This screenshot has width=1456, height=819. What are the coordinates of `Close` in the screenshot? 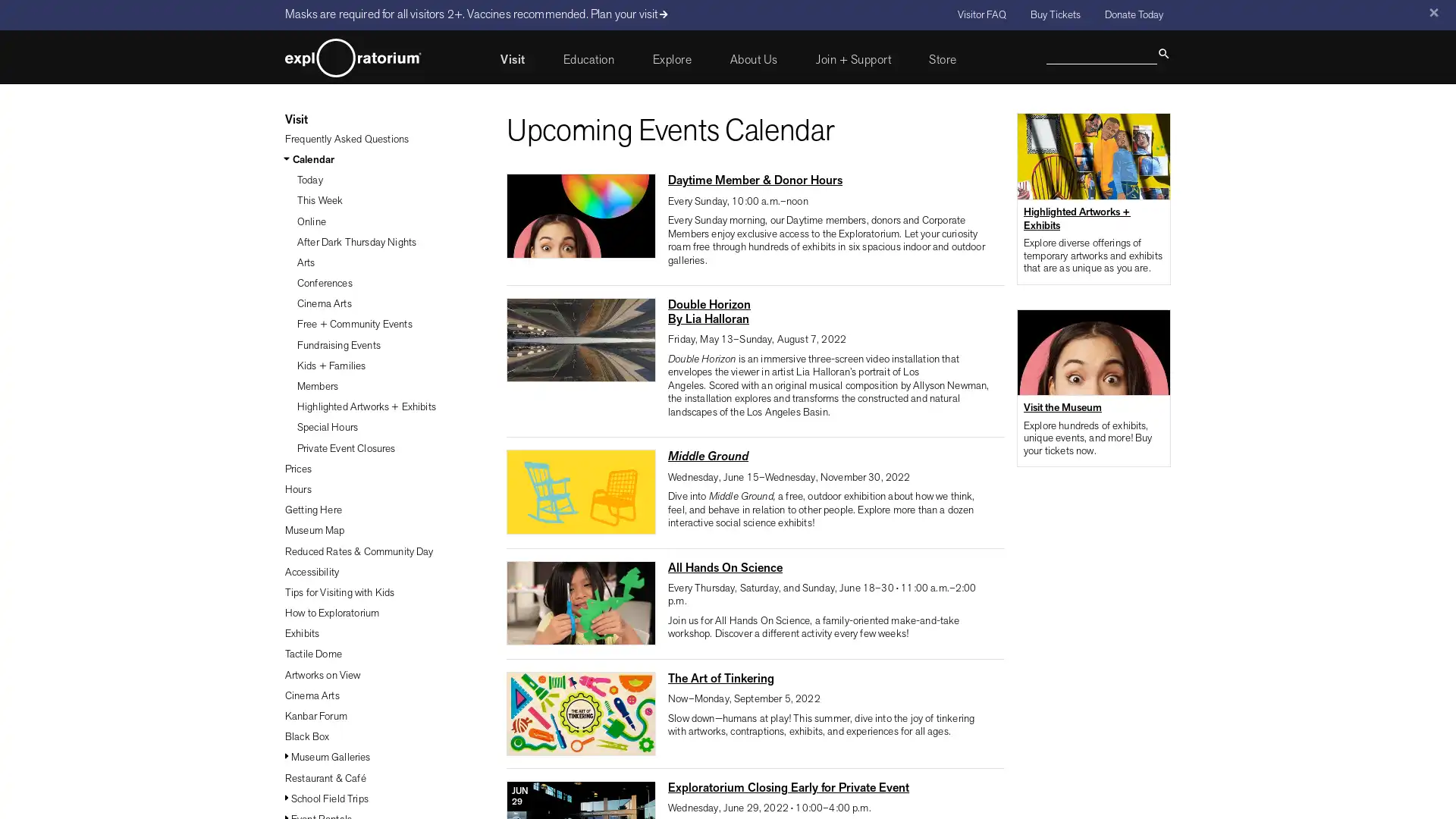 It's located at (1432, 12).